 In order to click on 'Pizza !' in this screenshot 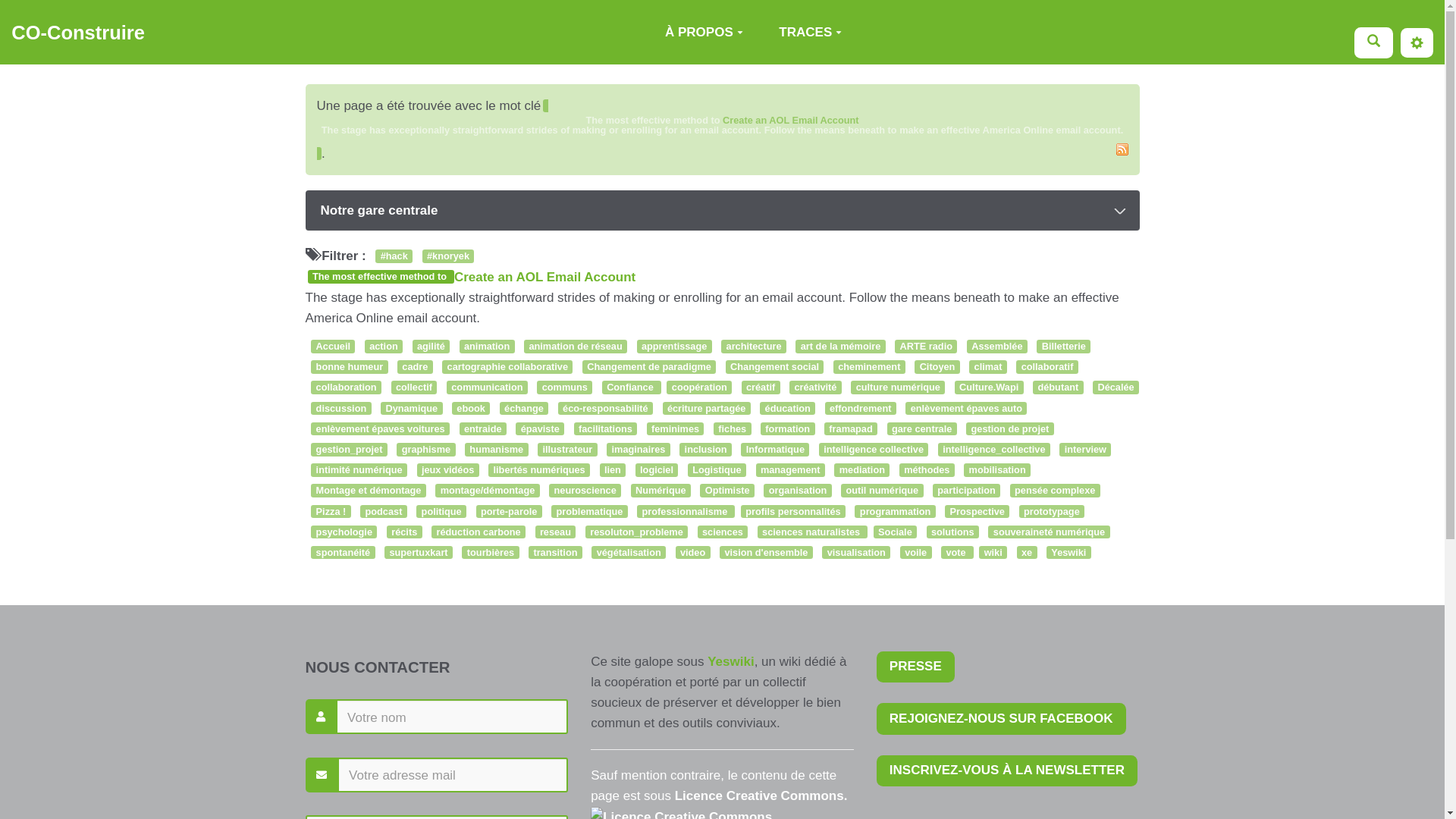, I will do `click(309, 512)`.